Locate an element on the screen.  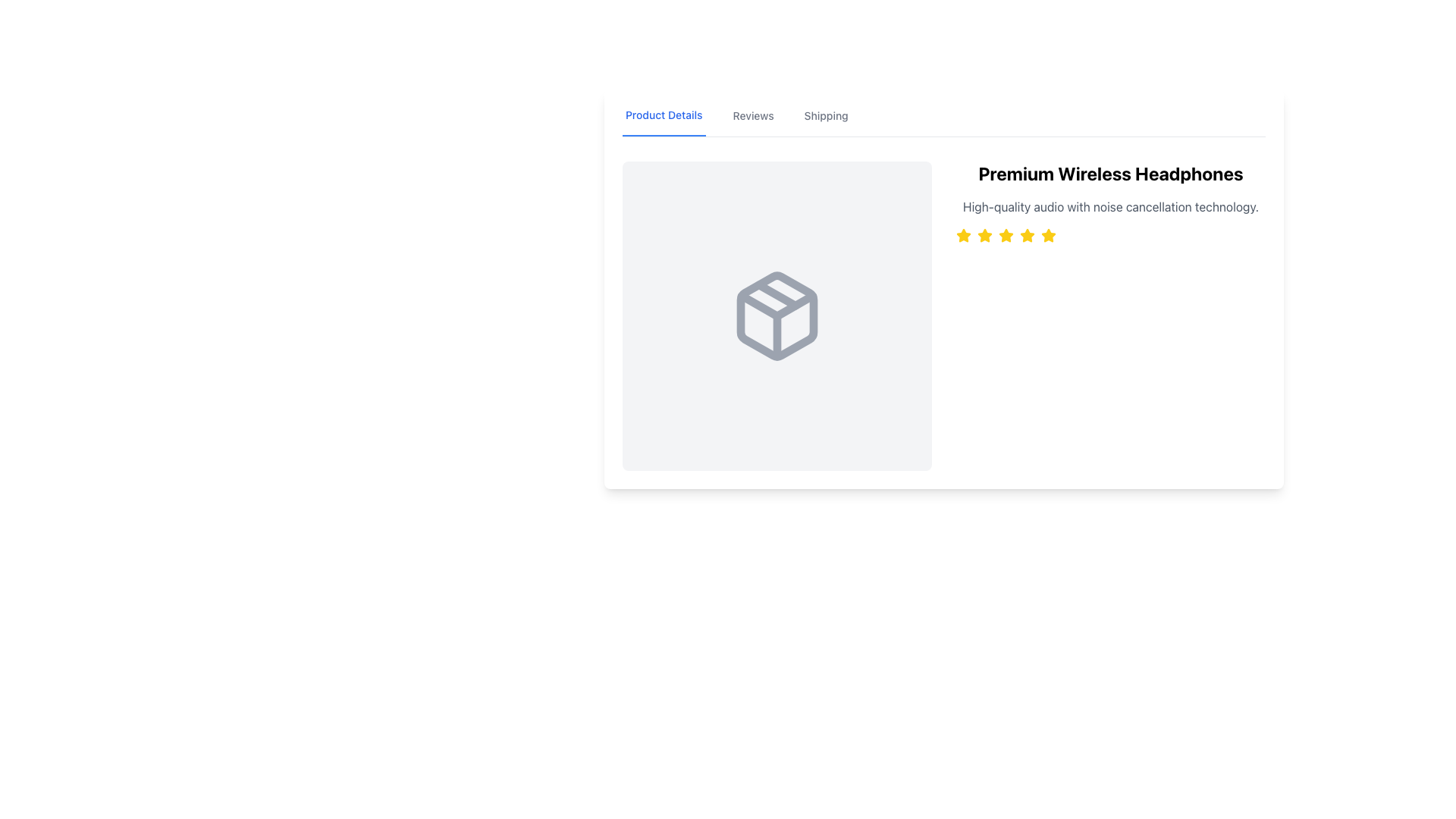
the fourth yellow star icon in the rating system to rate the product 'Premium Wireless Headphones' is located at coordinates (1026, 234).